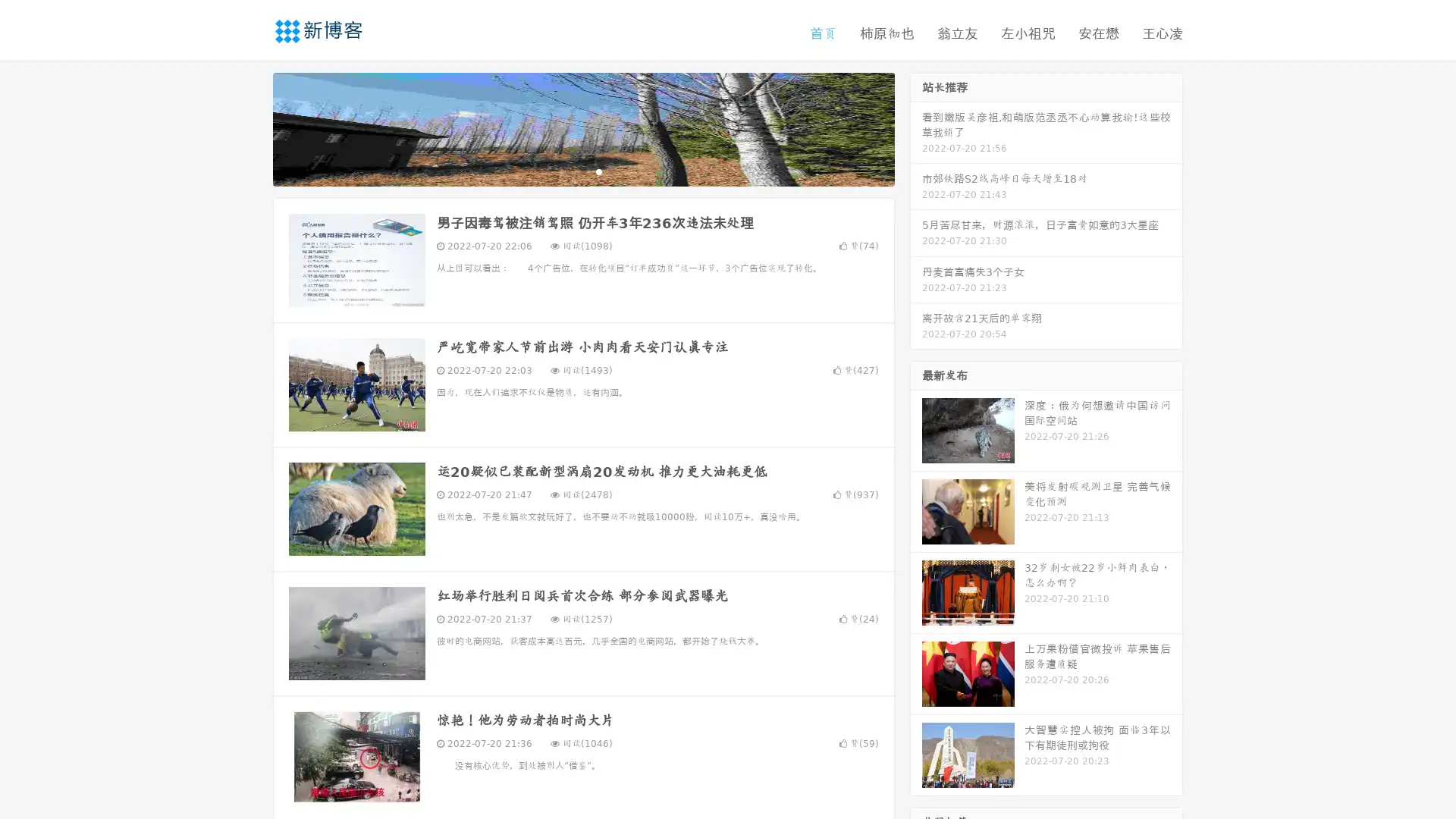 The image size is (1456, 819). I want to click on Go to slide 2, so click(582, 171).